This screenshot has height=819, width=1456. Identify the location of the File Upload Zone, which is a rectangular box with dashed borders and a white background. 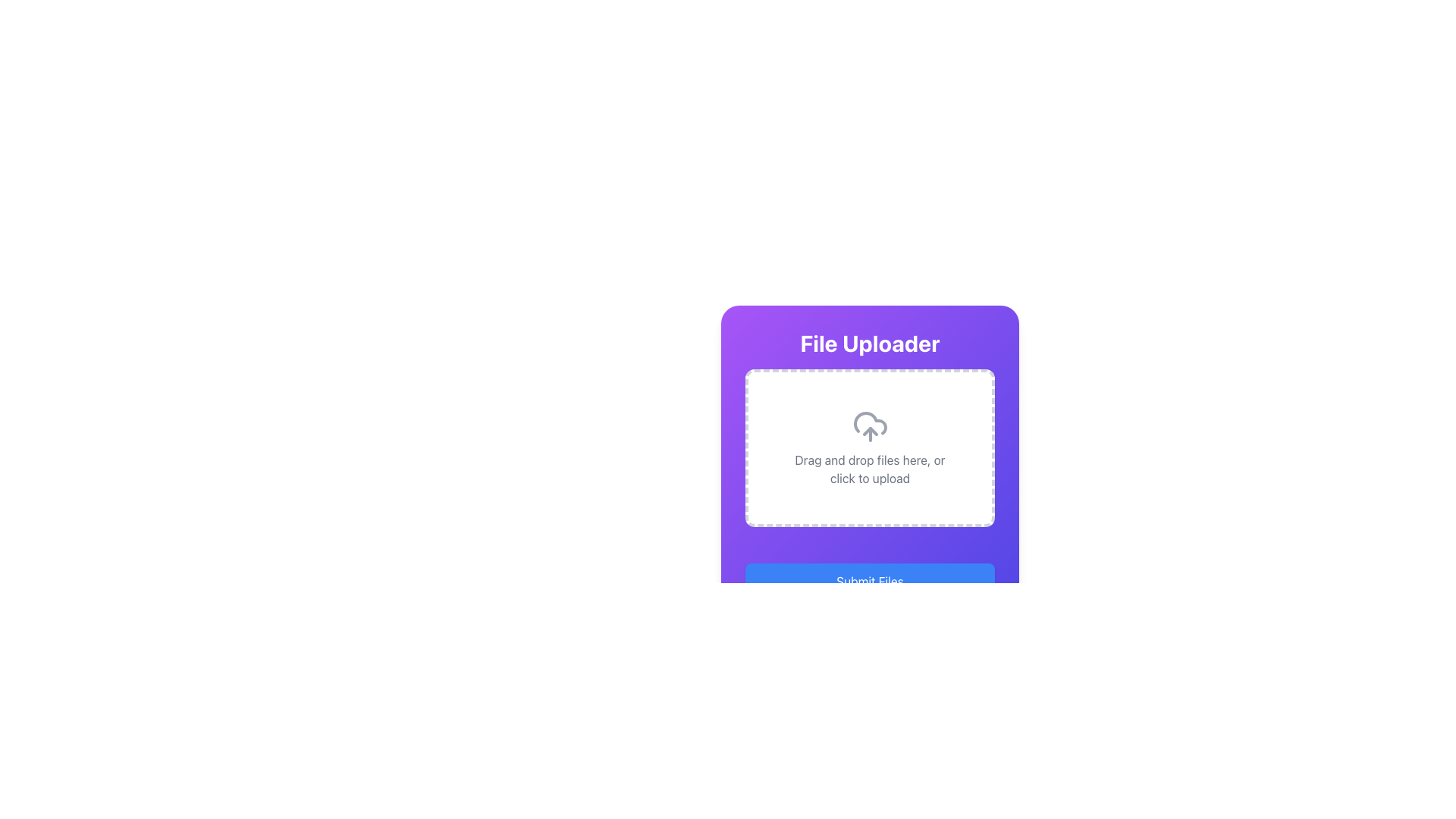
(870, 447).